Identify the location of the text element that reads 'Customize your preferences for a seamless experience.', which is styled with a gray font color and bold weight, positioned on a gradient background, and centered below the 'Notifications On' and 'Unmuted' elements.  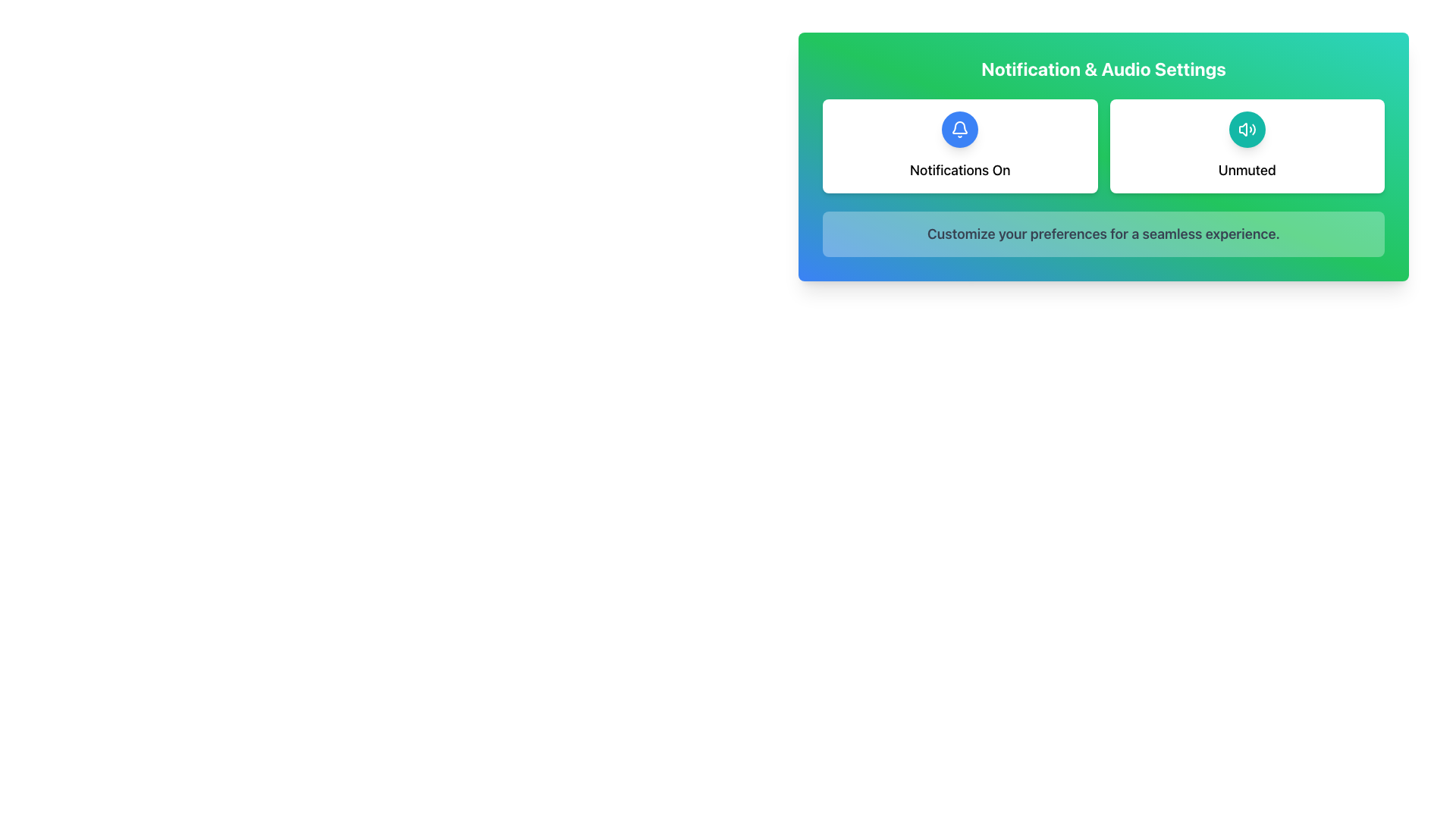
(1103, 234).